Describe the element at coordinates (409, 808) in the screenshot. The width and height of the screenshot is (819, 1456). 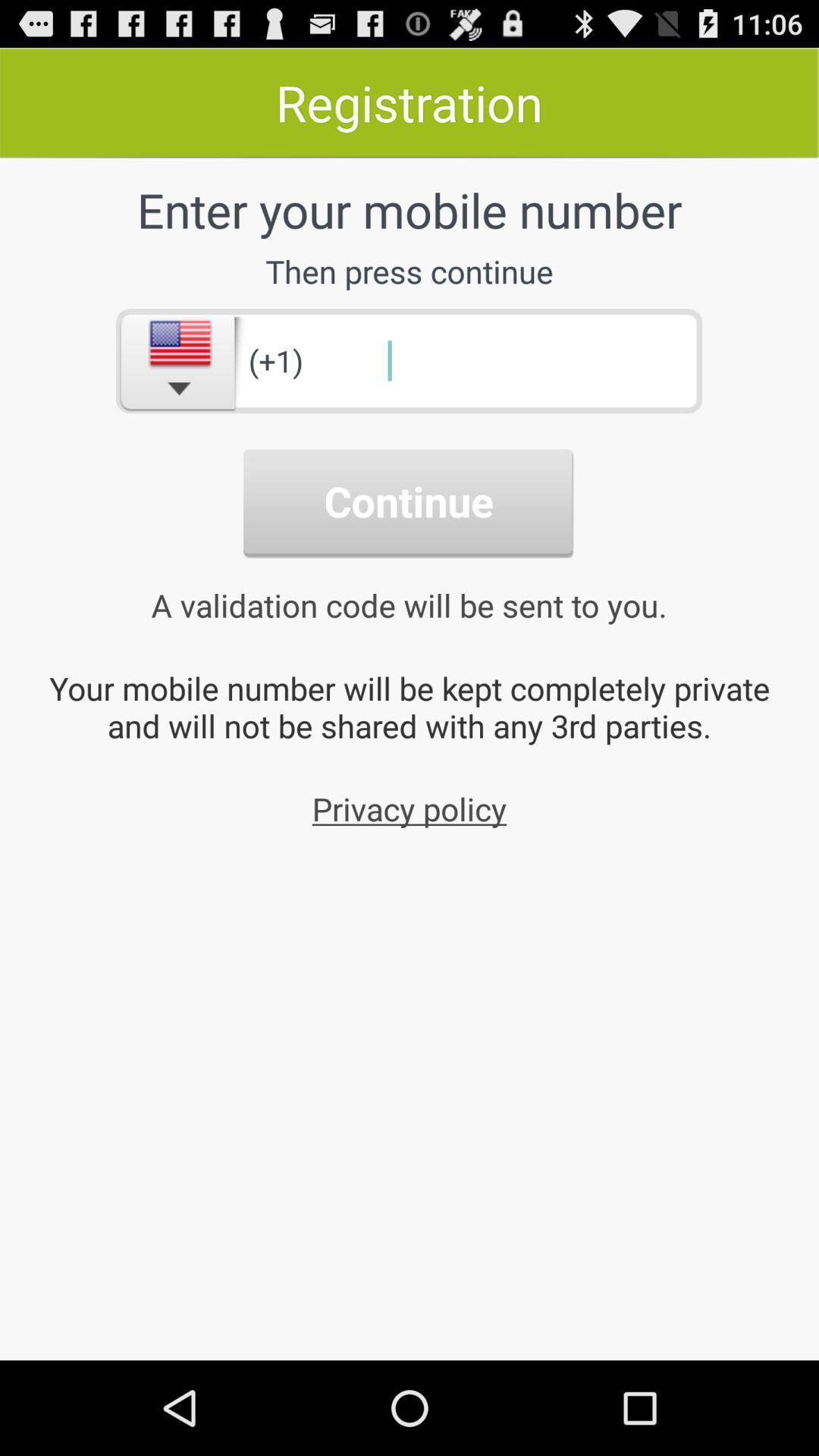
I see `item below the your mobile number app` at that location.